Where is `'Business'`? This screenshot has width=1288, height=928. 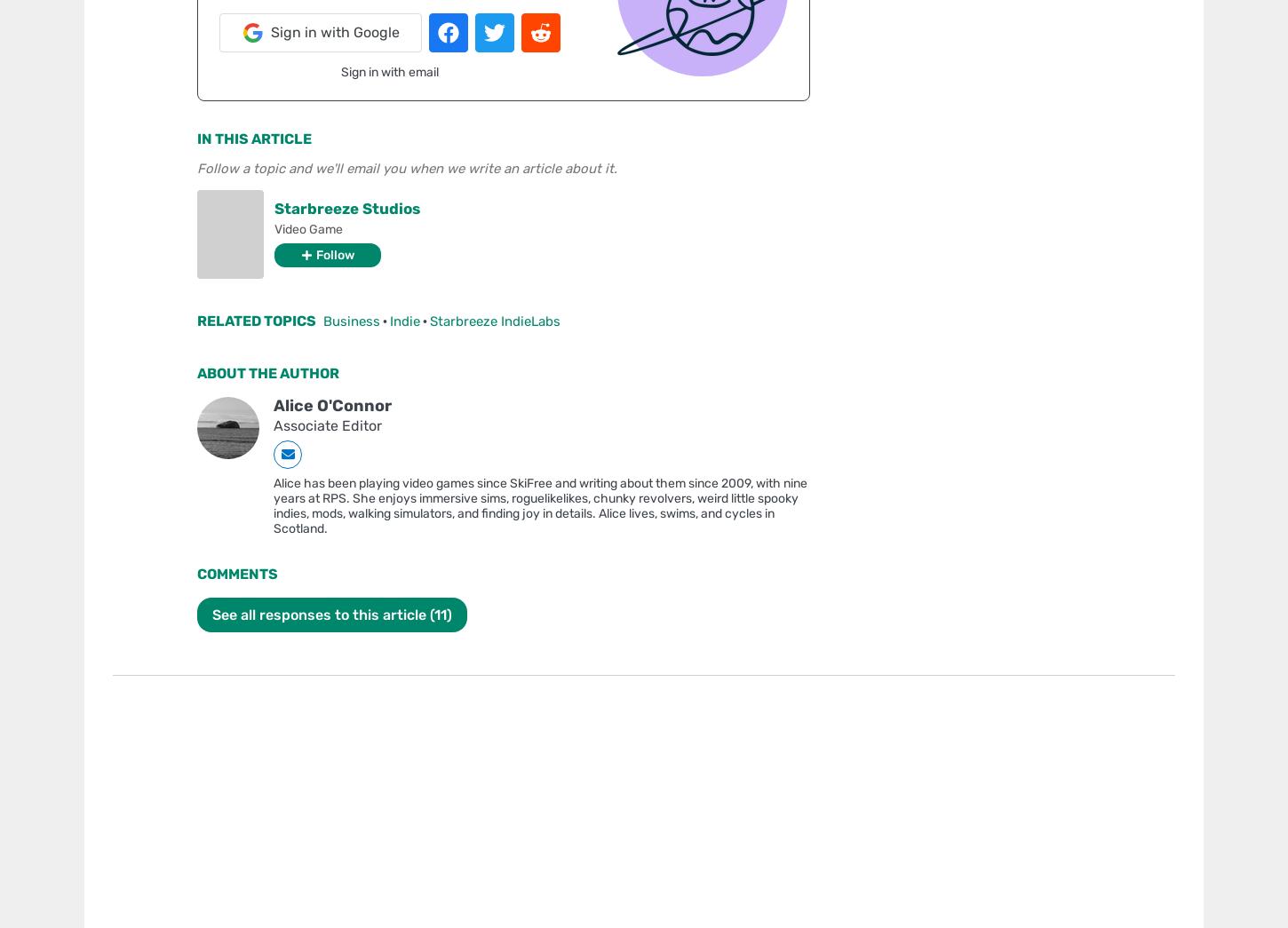
'Business' is located at coordinates (350, 320).